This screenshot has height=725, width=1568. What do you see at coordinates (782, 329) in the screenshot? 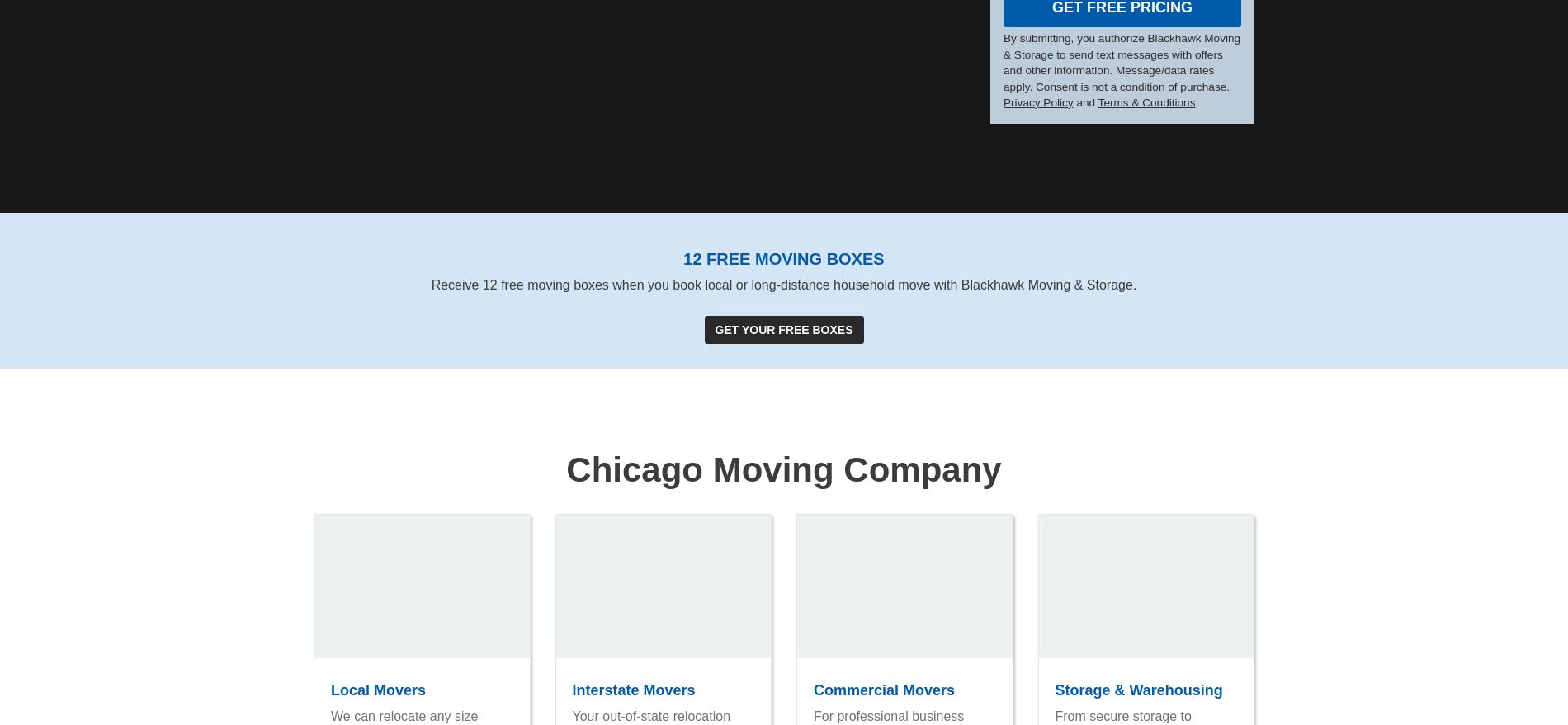
I see `'Get Your Free Boxes'` at bounding box center [782, 329].